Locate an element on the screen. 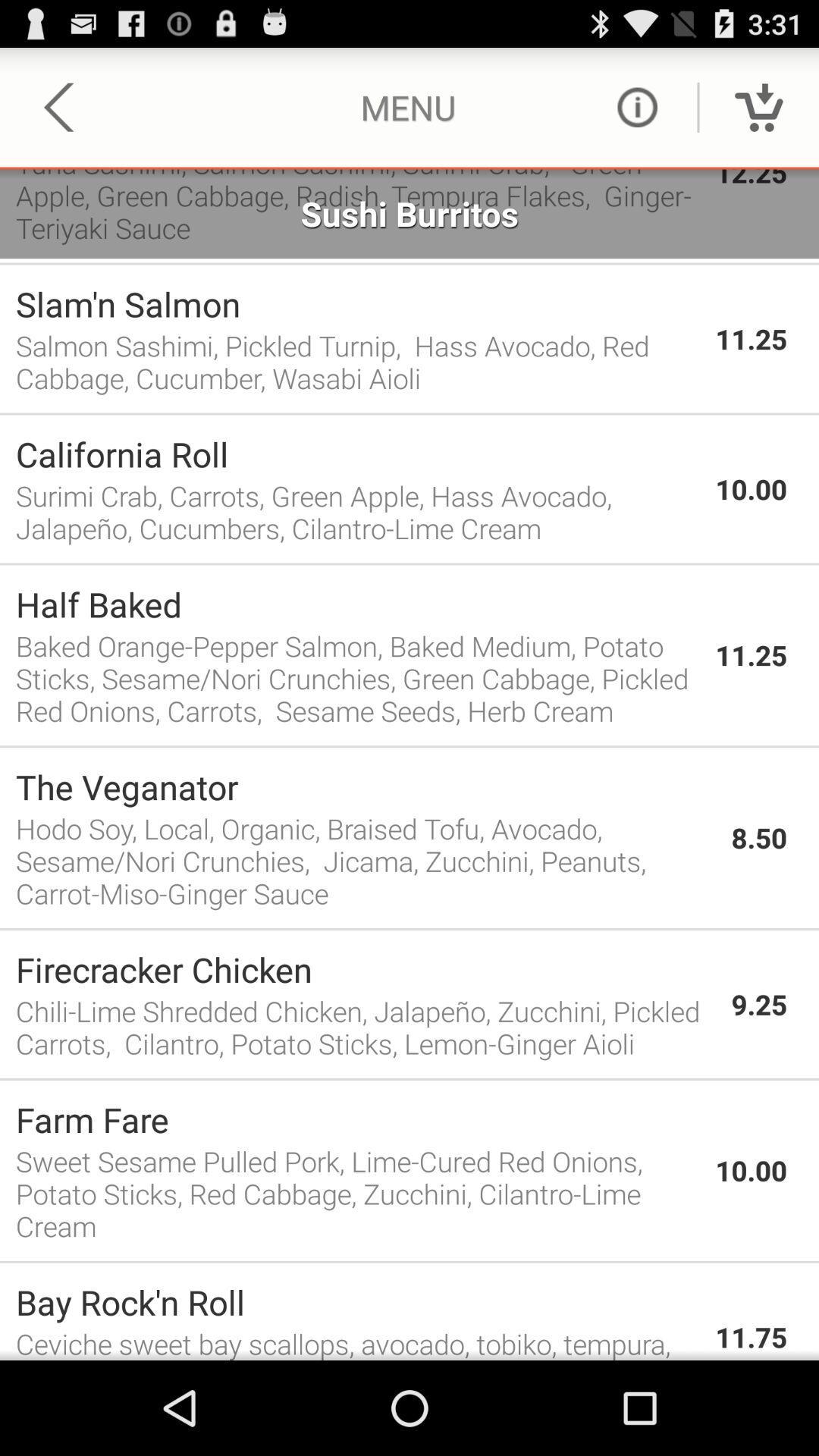  sweet sesame pulled item is located at coordinates (357, 1193).